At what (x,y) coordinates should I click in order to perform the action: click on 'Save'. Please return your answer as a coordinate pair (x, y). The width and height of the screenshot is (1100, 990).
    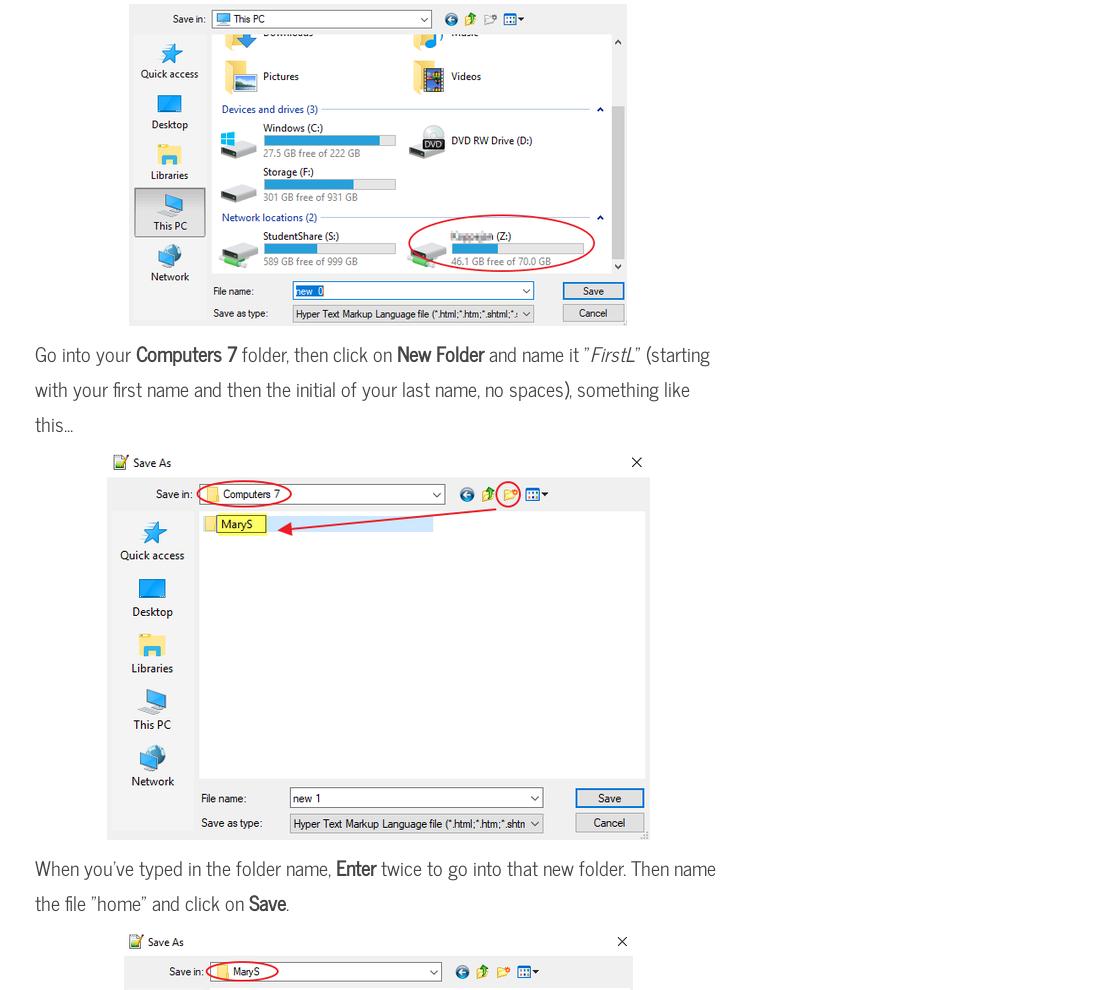
    Looking at the image, I should click on (267, 901).